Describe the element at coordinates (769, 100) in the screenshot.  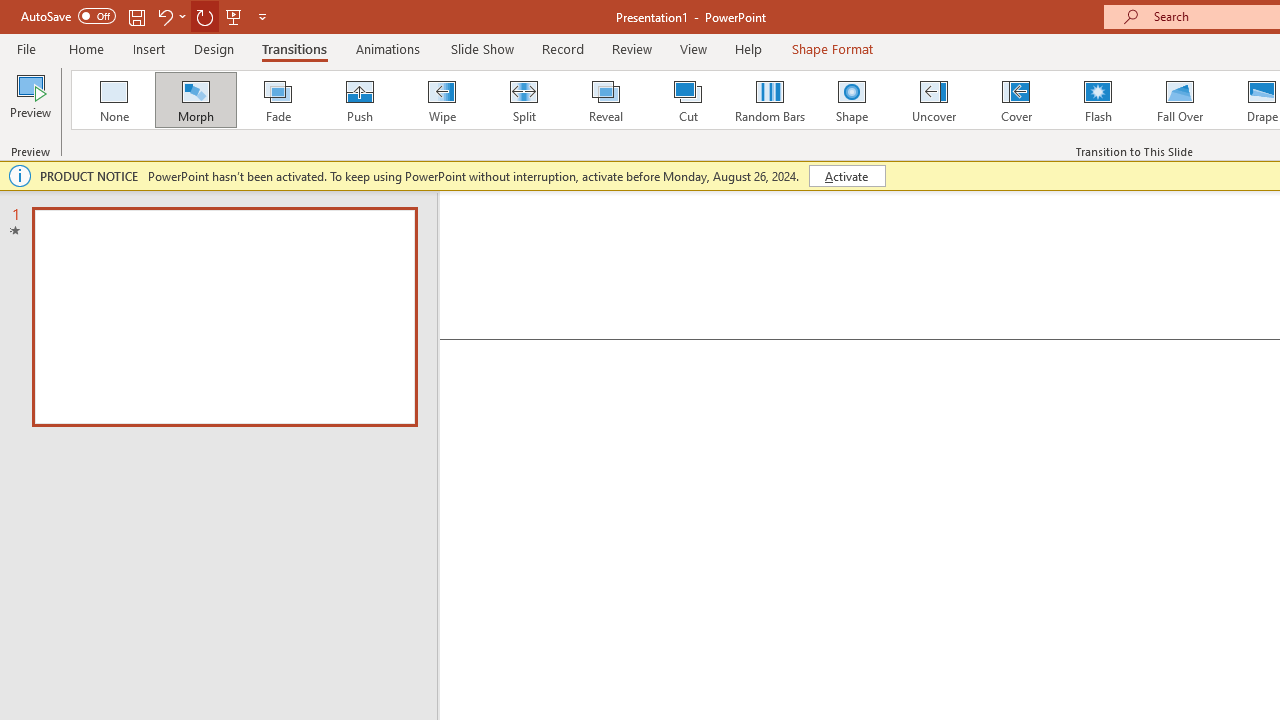
I see `'Random Bars'` at that location.